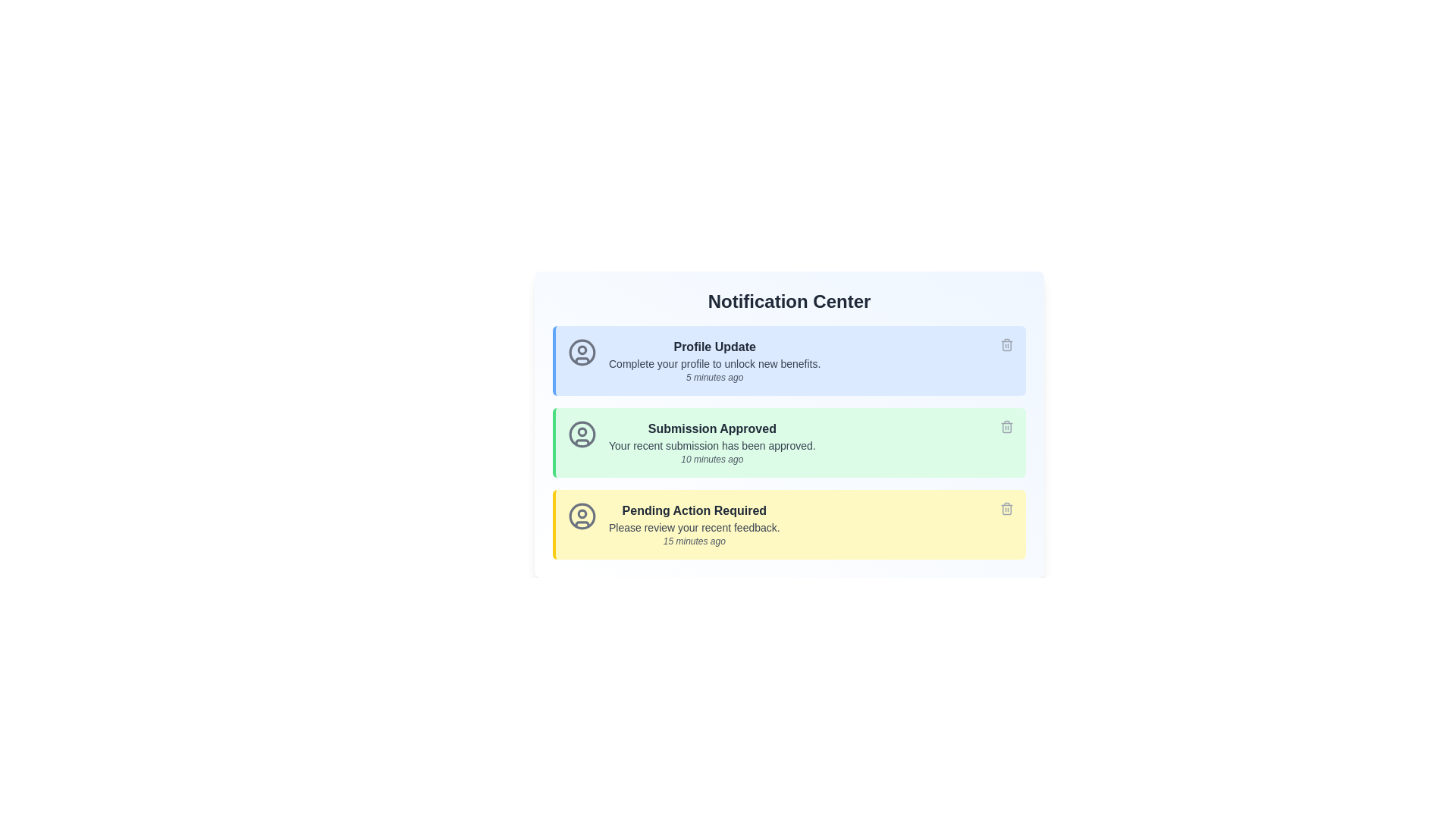 The height and width of the screenshot is (819, 1456). Describe the element at coordinates (789, 301) in the screenshot. I see `the 'Notification Center' heading, which is a bold, large-font text in dark gray color located at the top of the notification area` at that location.